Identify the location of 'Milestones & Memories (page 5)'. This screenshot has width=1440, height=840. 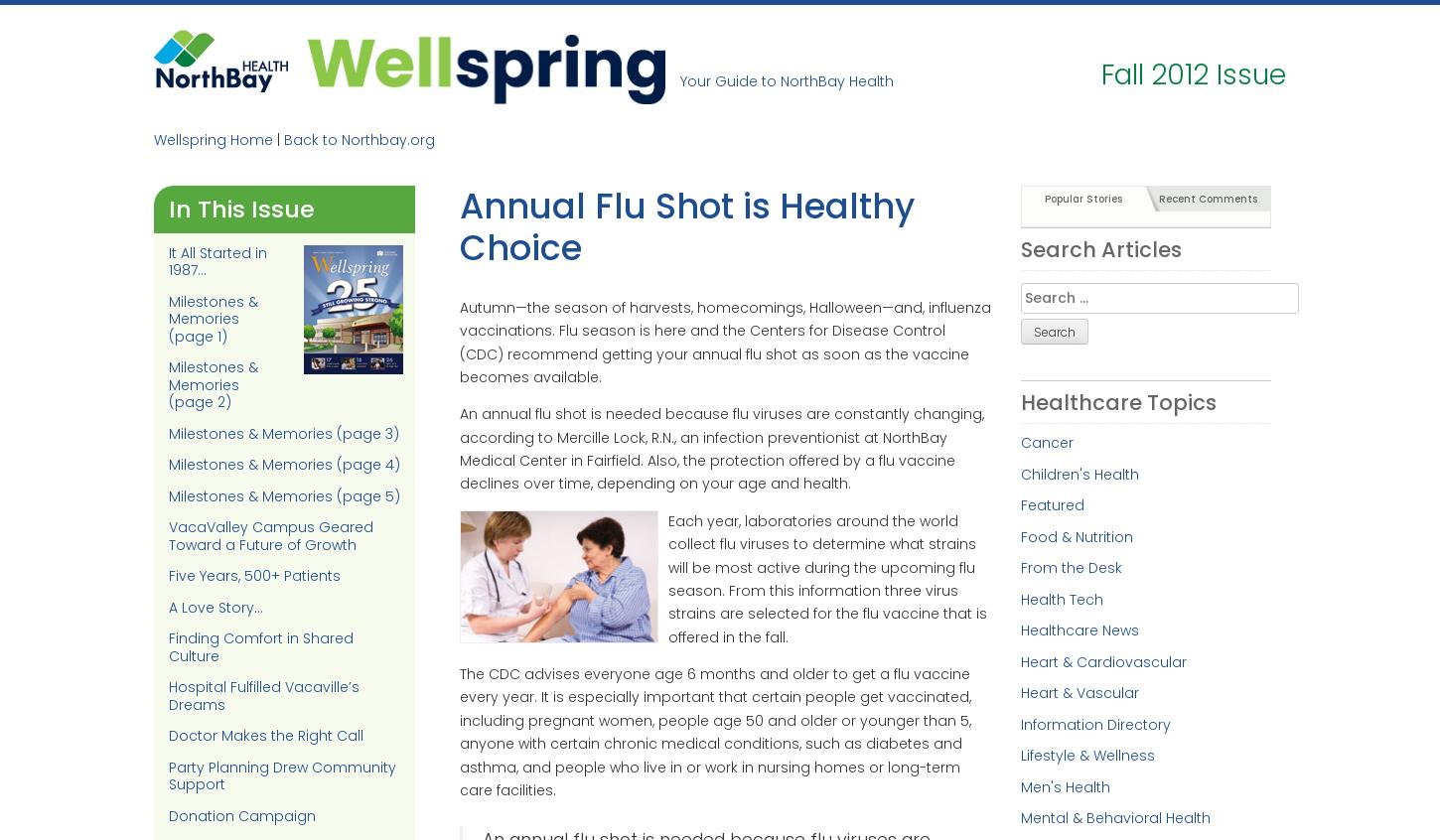
(284, 494).